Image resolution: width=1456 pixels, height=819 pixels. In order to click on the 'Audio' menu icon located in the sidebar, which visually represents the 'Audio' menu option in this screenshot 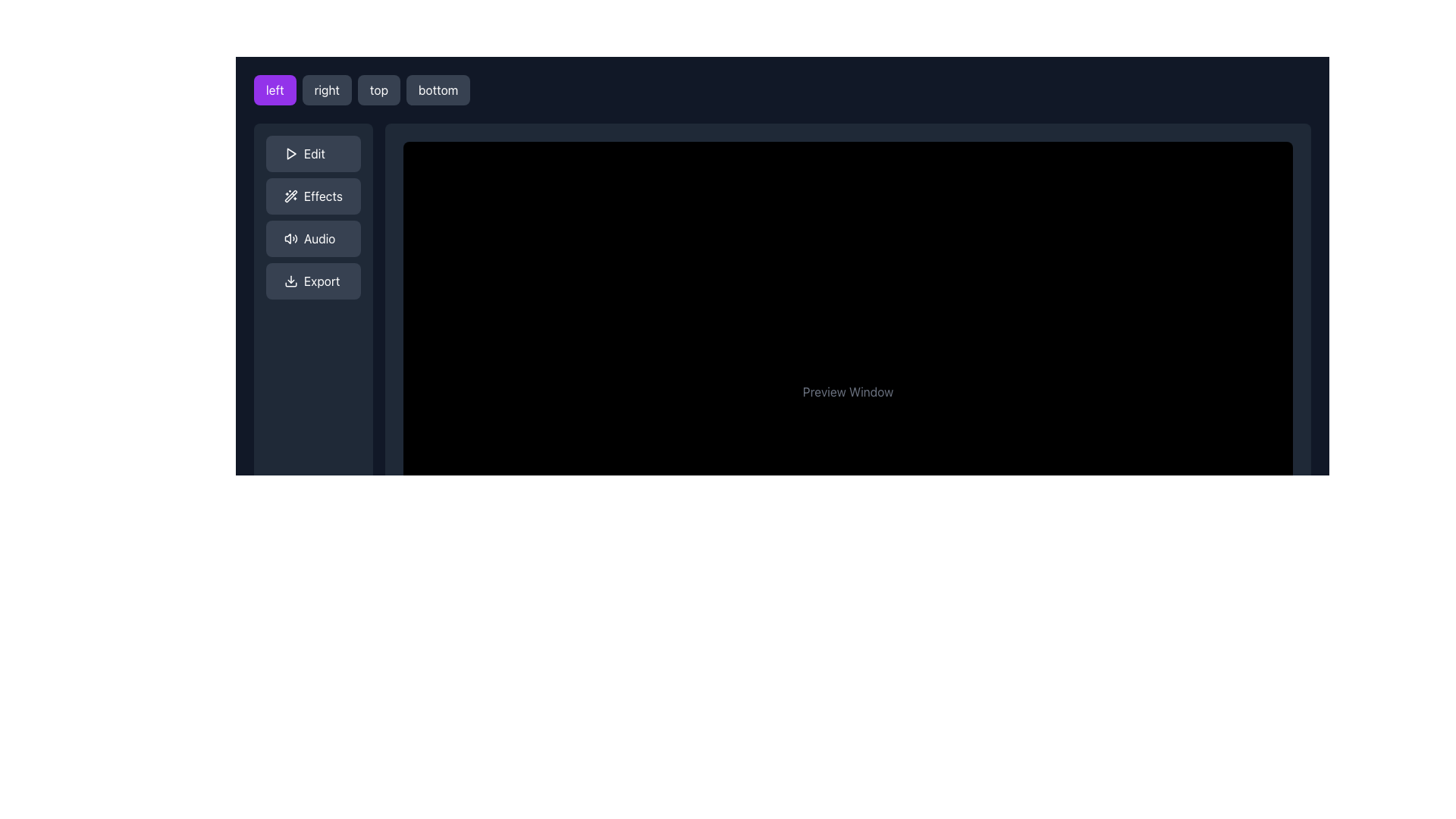, I will do `click(291, 239)`.